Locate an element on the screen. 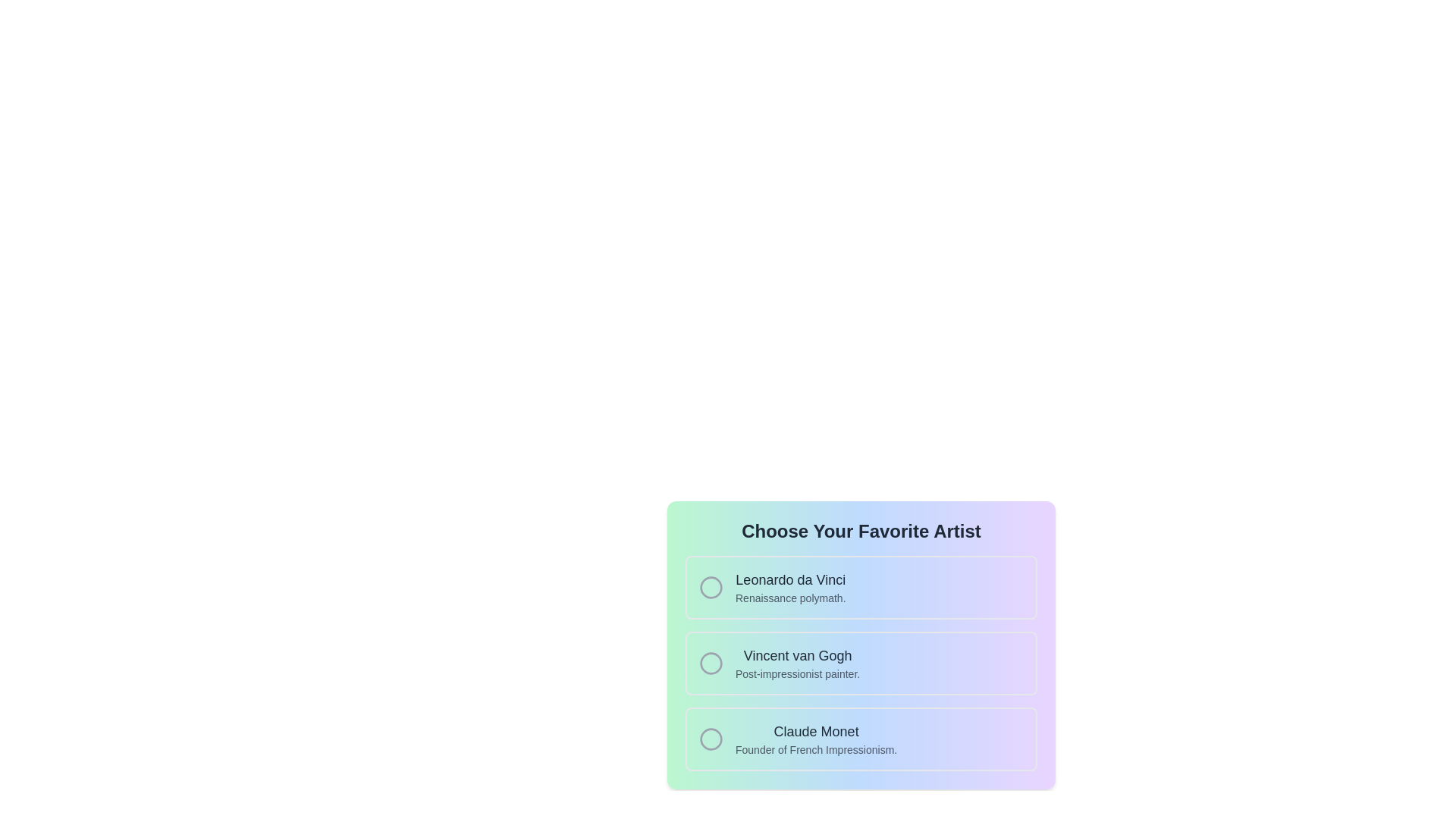  the circular radio button indicator for the 'Claude Monet' option is located at coordinates (710, 739).